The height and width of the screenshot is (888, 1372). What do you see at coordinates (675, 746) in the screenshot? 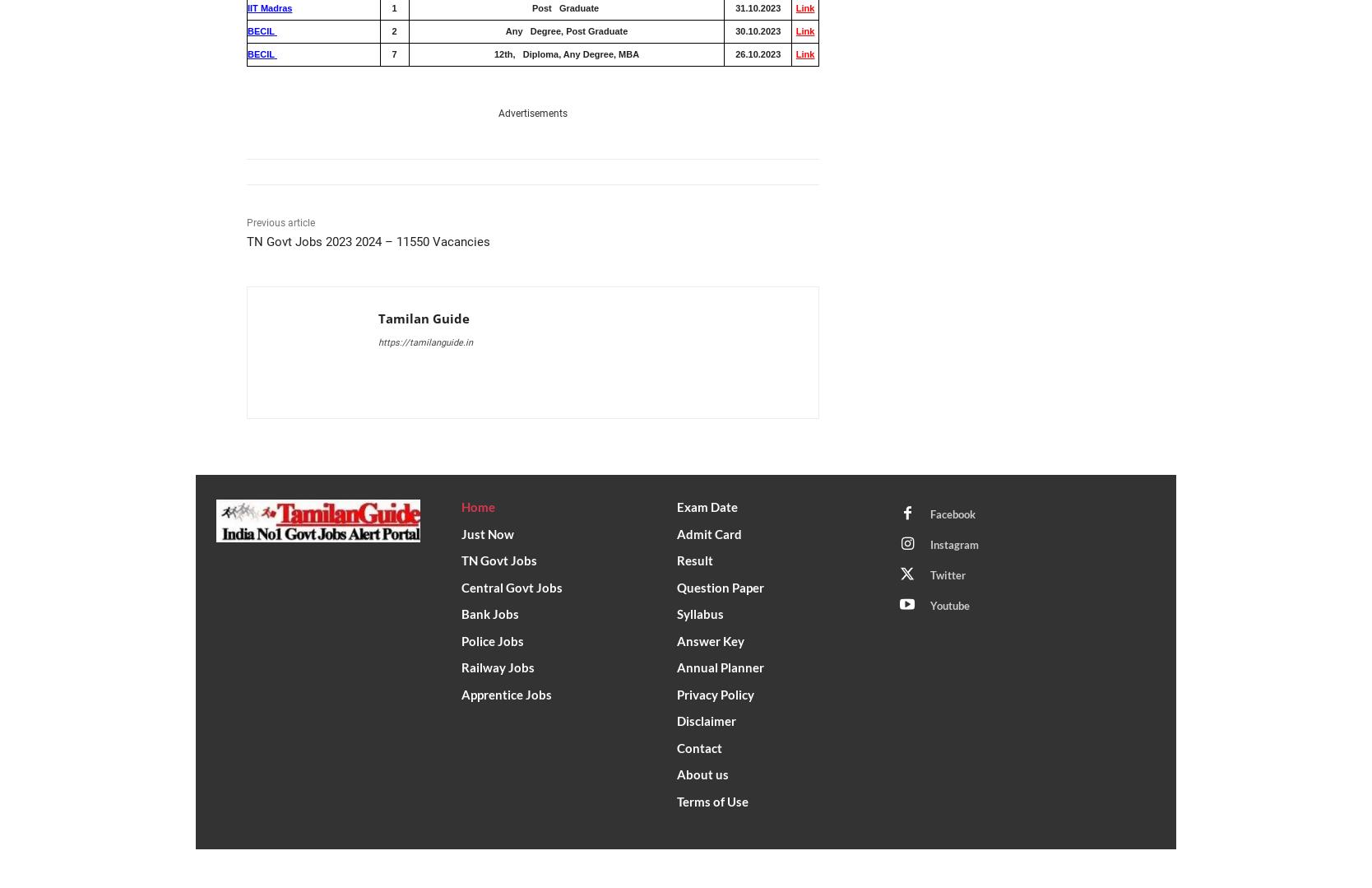
I see `'Contact'` at bounding box center [675, 746].